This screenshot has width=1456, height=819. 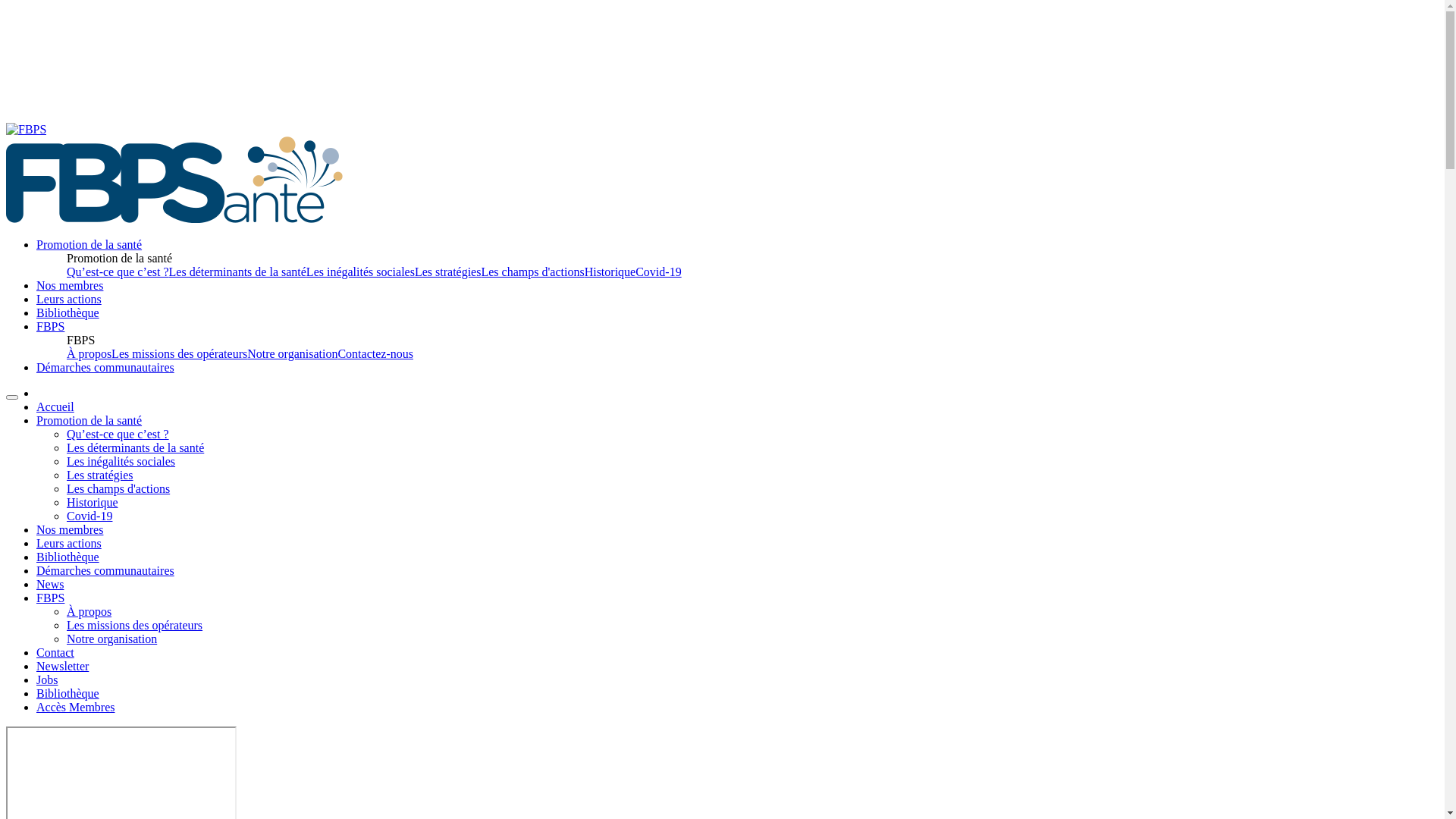 I want to click on 'Notre organisation', so click(x=111, y=639).